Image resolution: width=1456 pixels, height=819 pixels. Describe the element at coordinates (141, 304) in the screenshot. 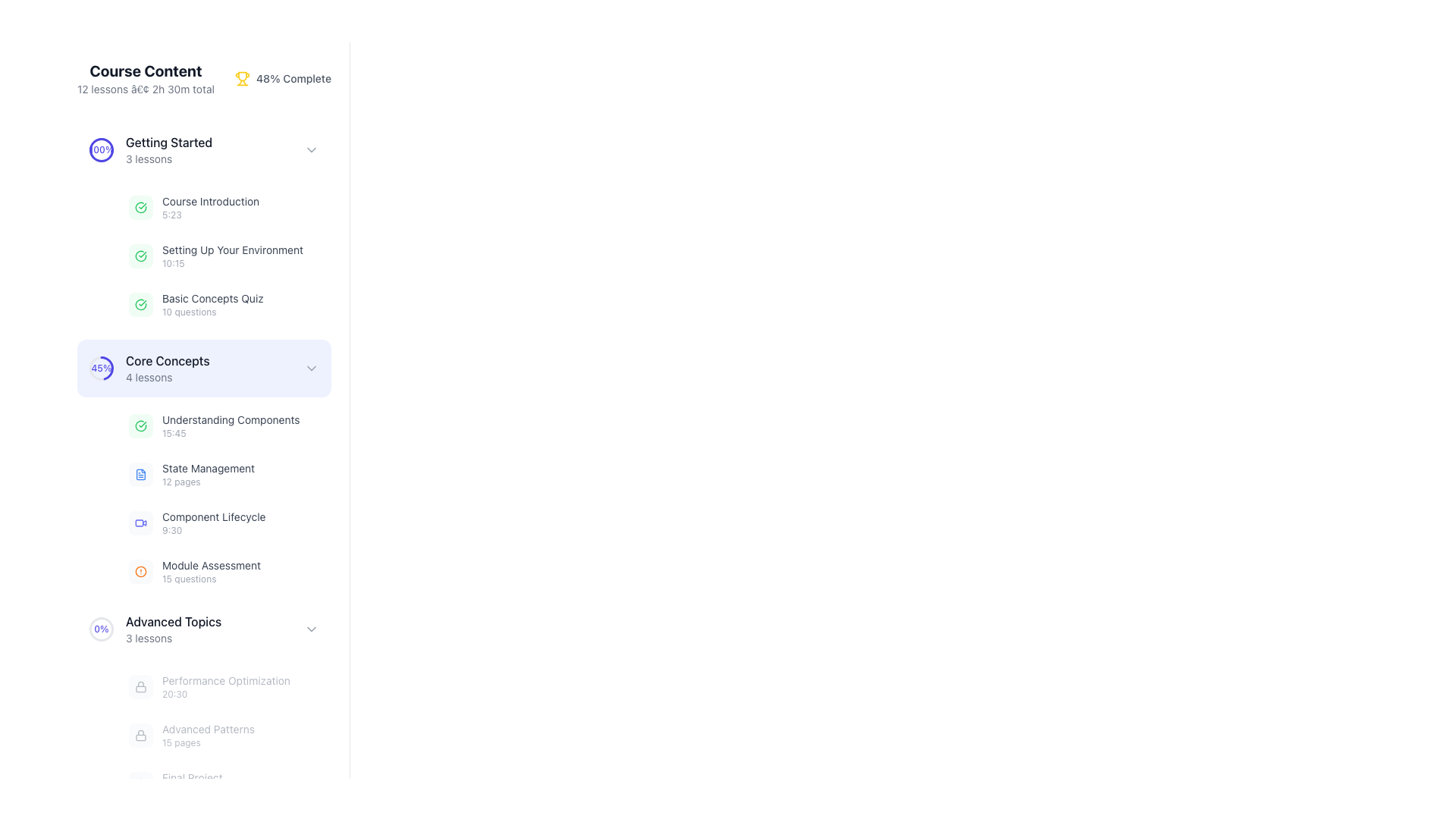

I see `the small circular icon with a light green background and a checkmark symbol located to the left of the 'Basic Concepts Quiz' label in the 'Getting Started' section of the course content sidebar` at that location.